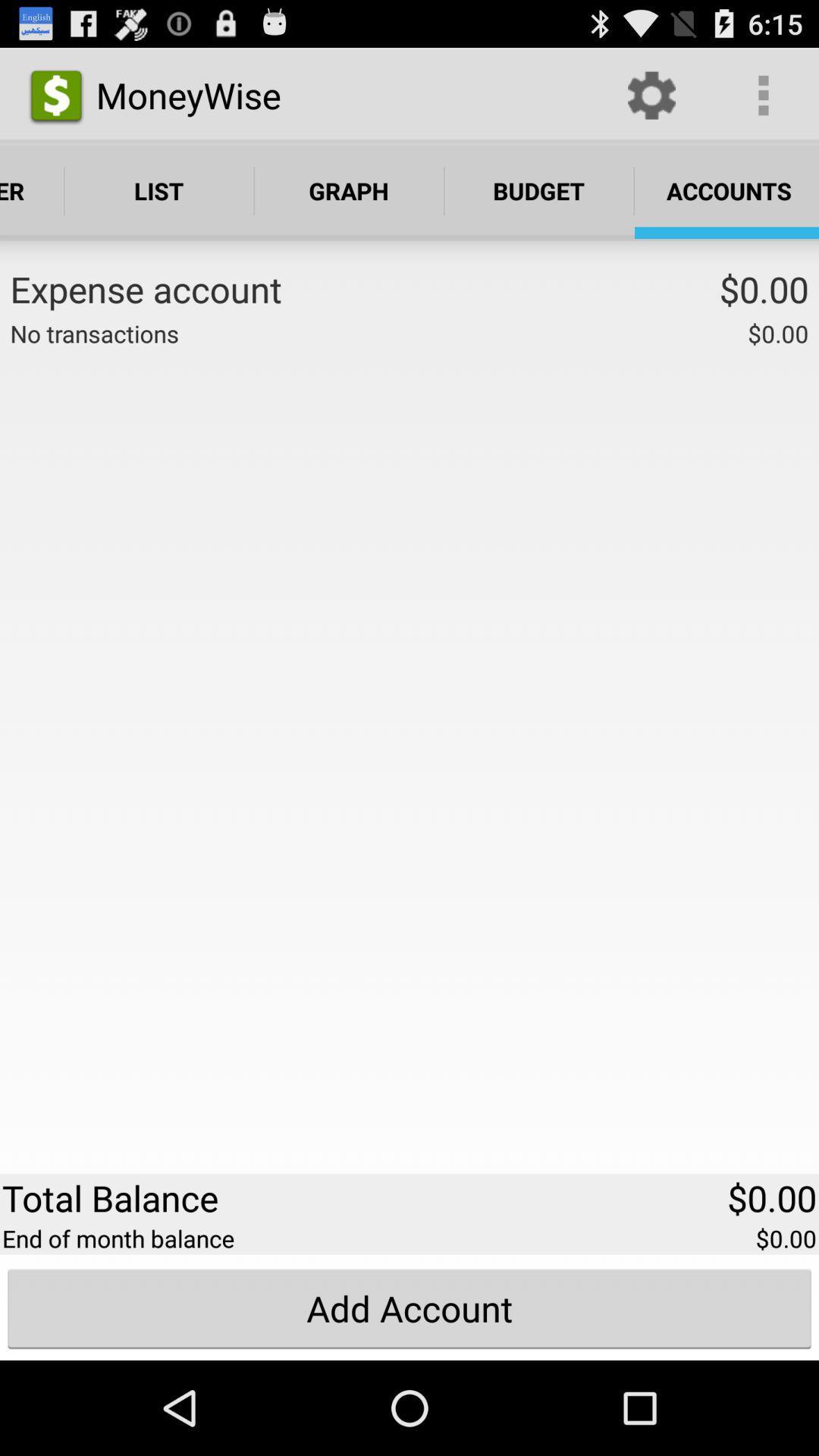 The width and height of the screenshot is (819, 1456). What do you see at coordinates (94, 332) in the screenshot?
I see `no transactions` at bounding box center [94, 332].